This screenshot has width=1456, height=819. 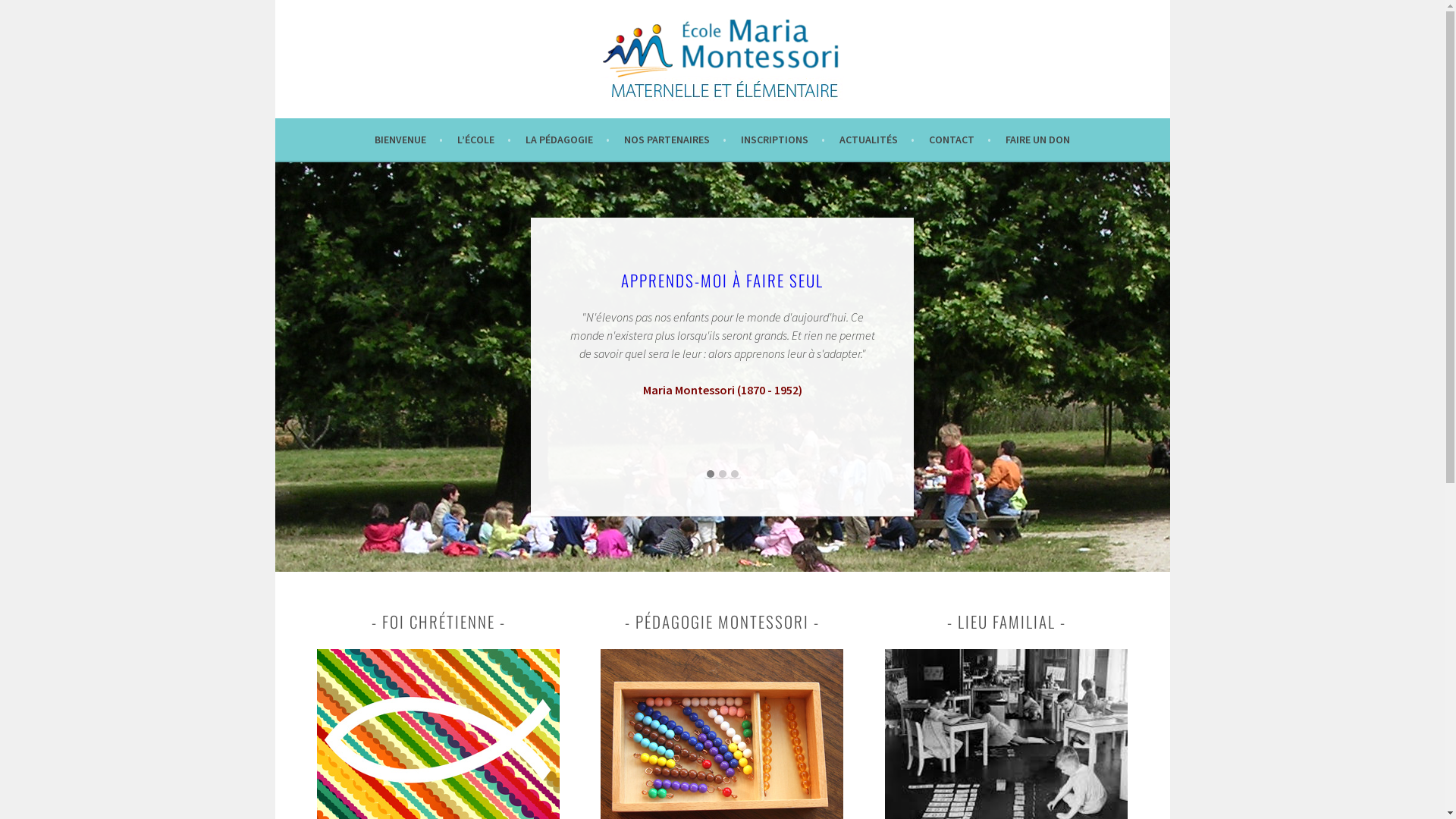 What do you see at coordinates (959, 140) in the screenshot?
I see `'CONTACT'` at bounding box center [959, 140].